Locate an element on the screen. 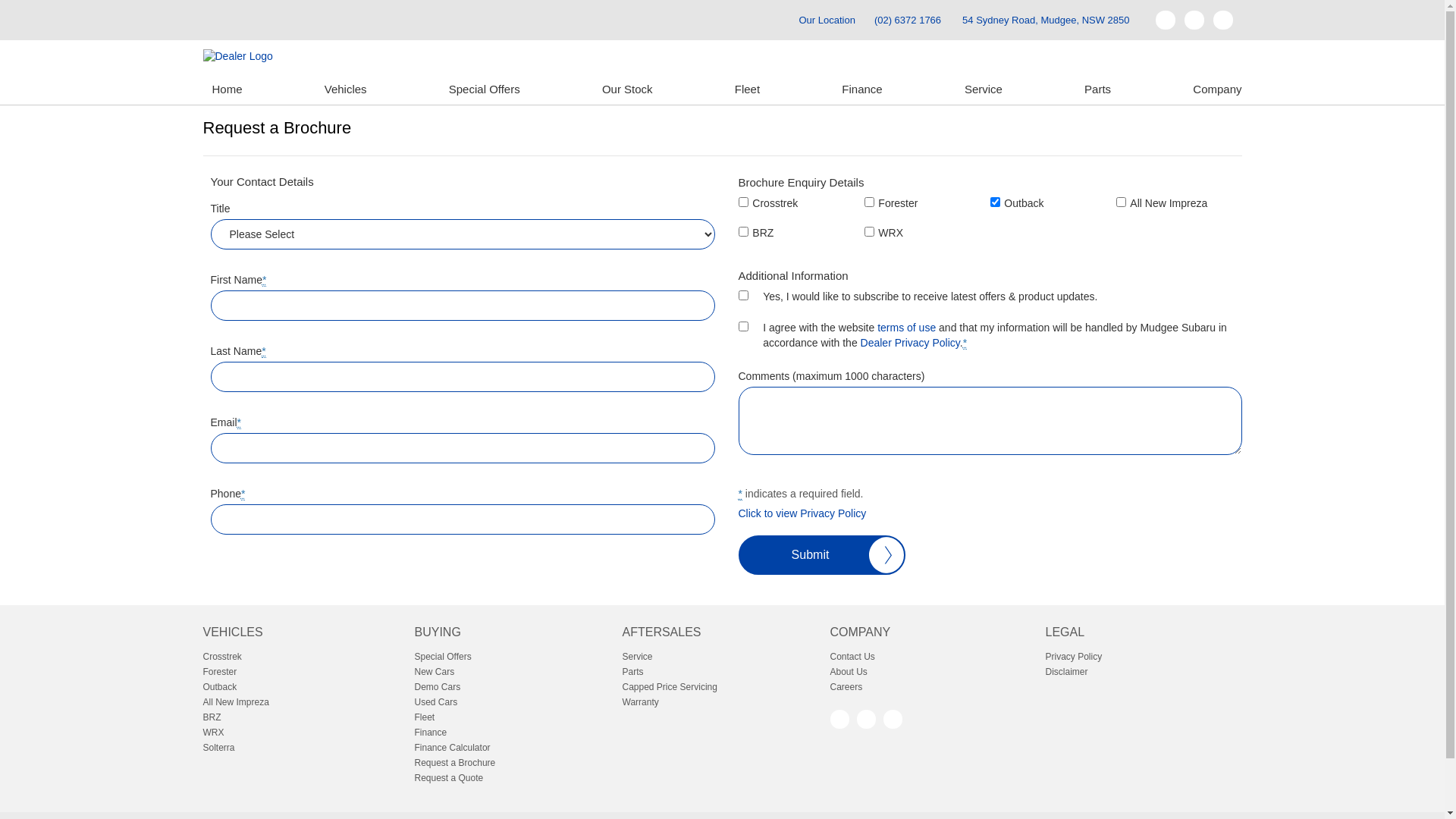  'Special Offers' is located at coordinates (483, 89).